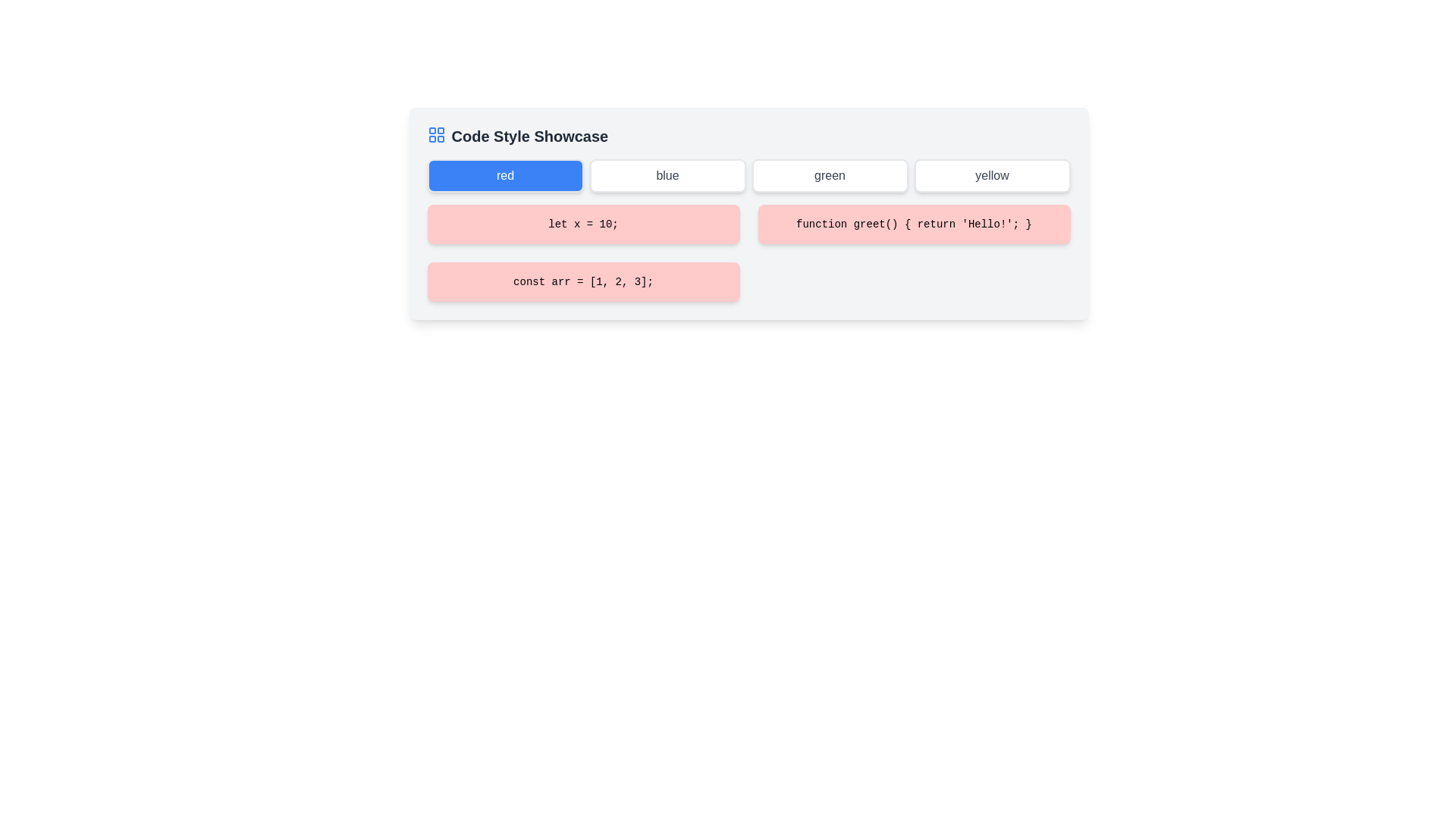 The image size is (1456, 819). Describe the element at coordinates (582, 281) in the screenshot. I see `the static text block containing the code snippet 'const arr = [1, 2, 3];' which has a light red background and rounded corners` at that location.